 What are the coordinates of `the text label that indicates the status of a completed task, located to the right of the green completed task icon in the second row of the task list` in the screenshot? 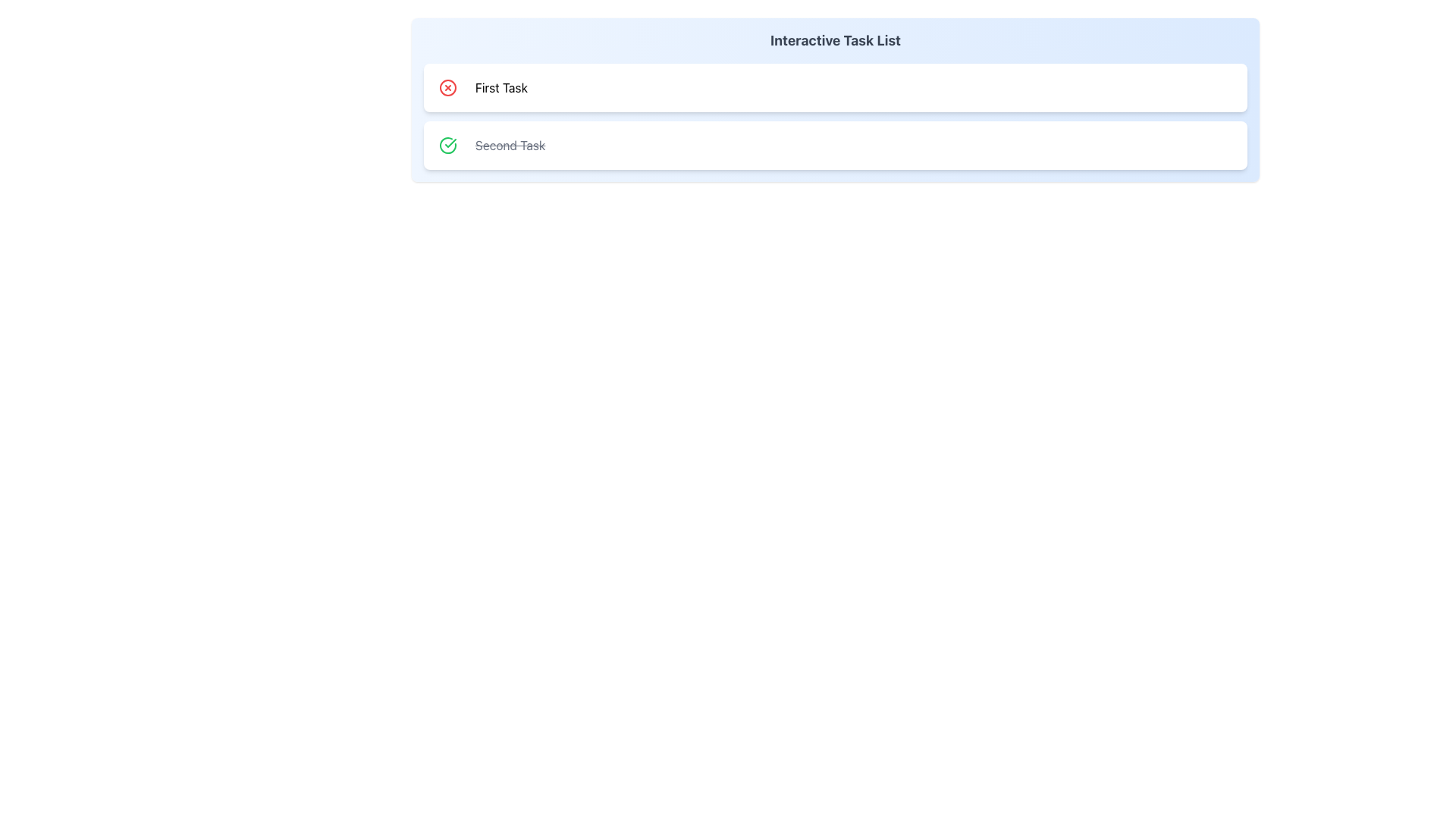 It's located at (510, 146).